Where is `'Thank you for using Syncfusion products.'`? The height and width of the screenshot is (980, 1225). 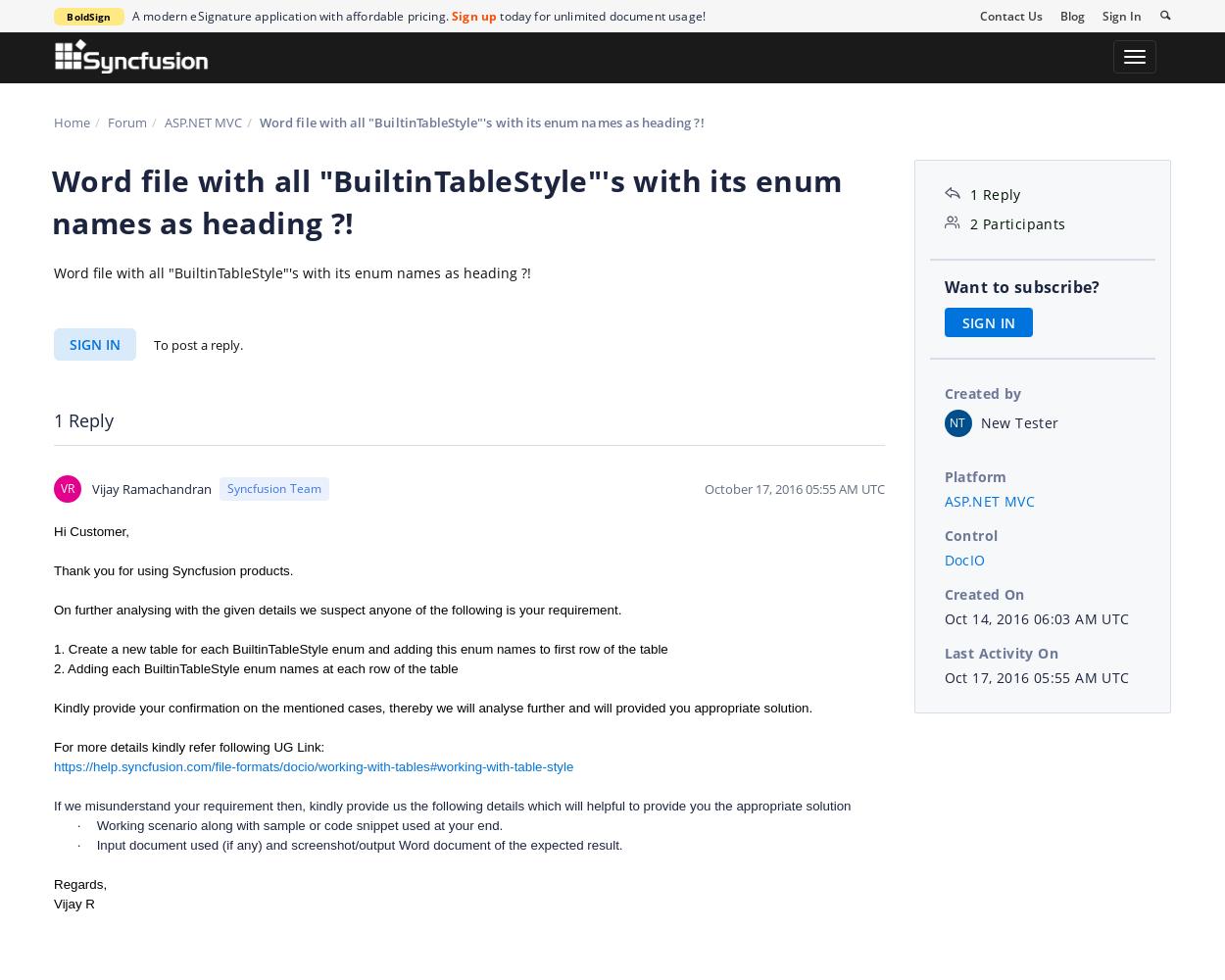
'Thank you for using Syncfusion products.' is located at coordinates (173, 568).